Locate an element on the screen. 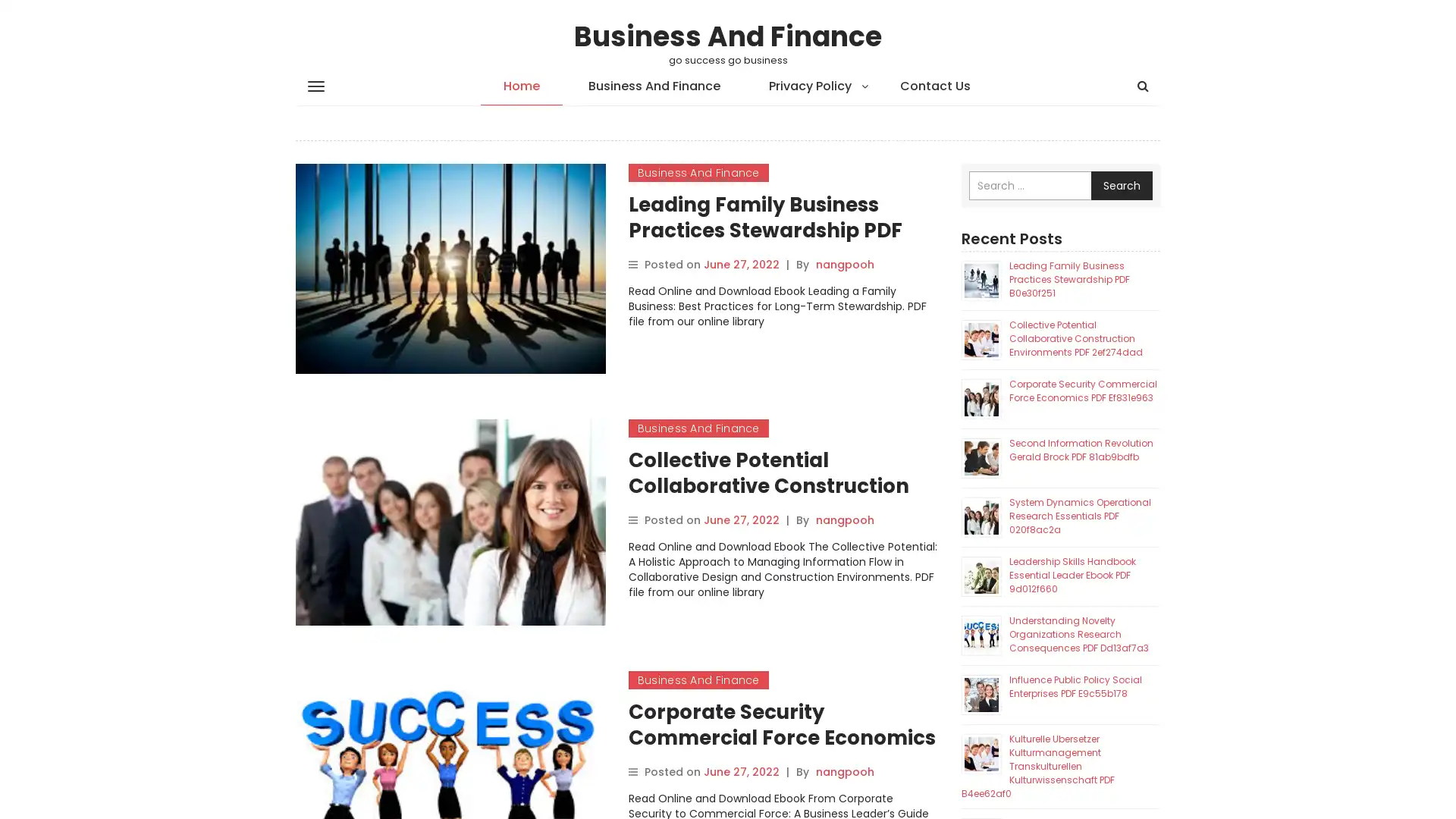 The width and height of the screenshot is (1456, 819). Search is located at coordinates (1122, 185).